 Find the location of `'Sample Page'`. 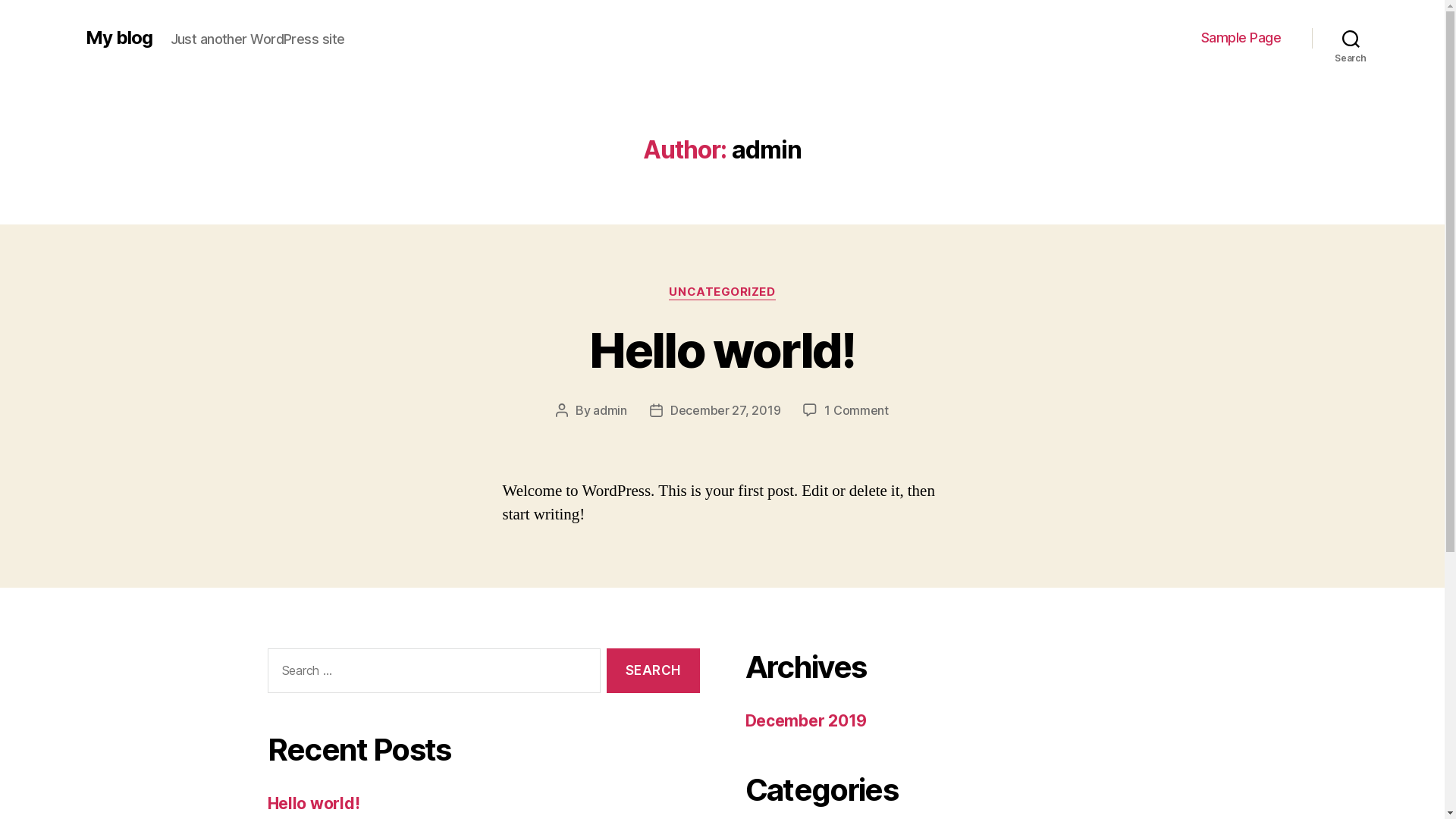

'Sample Page' is located at coordinates (1241, 37).